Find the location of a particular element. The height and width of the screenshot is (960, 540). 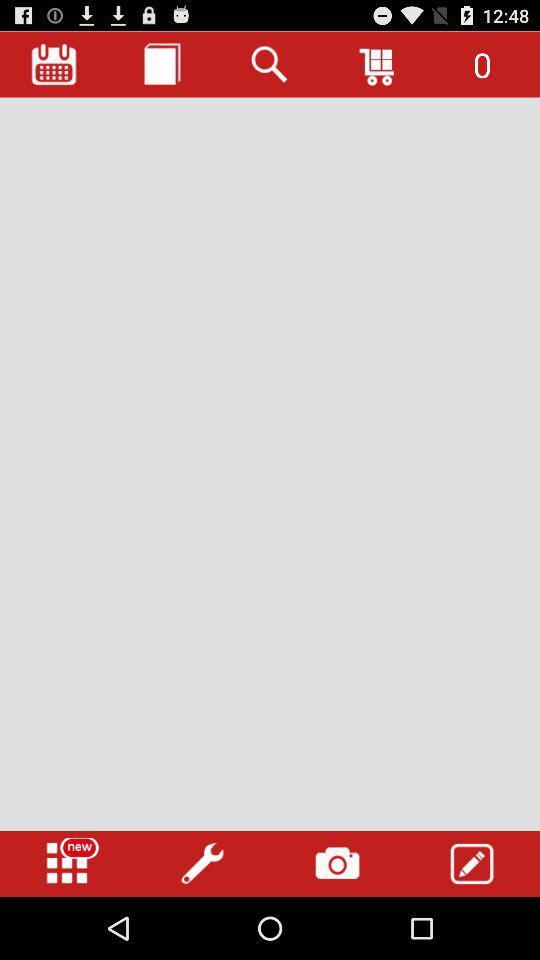

search is located at coordinates (270, 64).